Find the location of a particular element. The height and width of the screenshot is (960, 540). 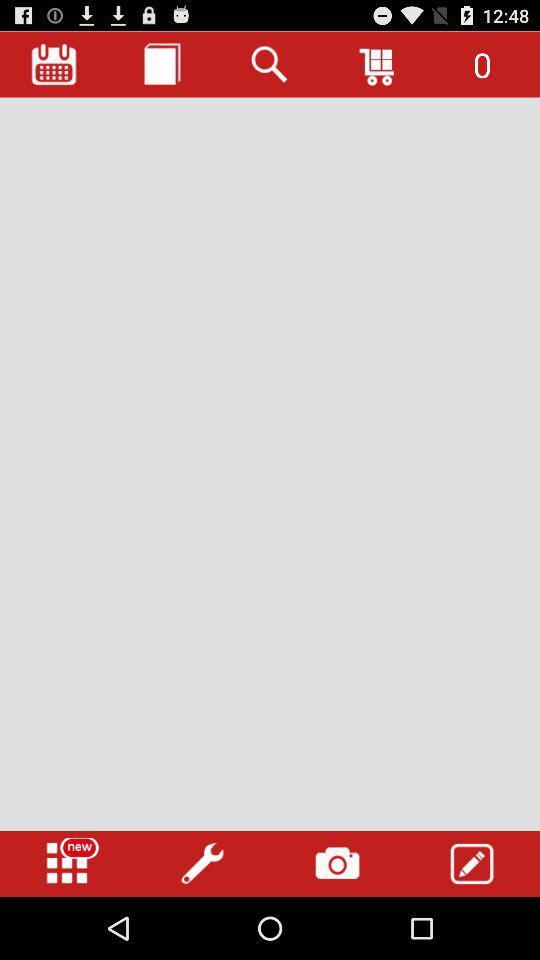

search is located at coordinates (270, 64).